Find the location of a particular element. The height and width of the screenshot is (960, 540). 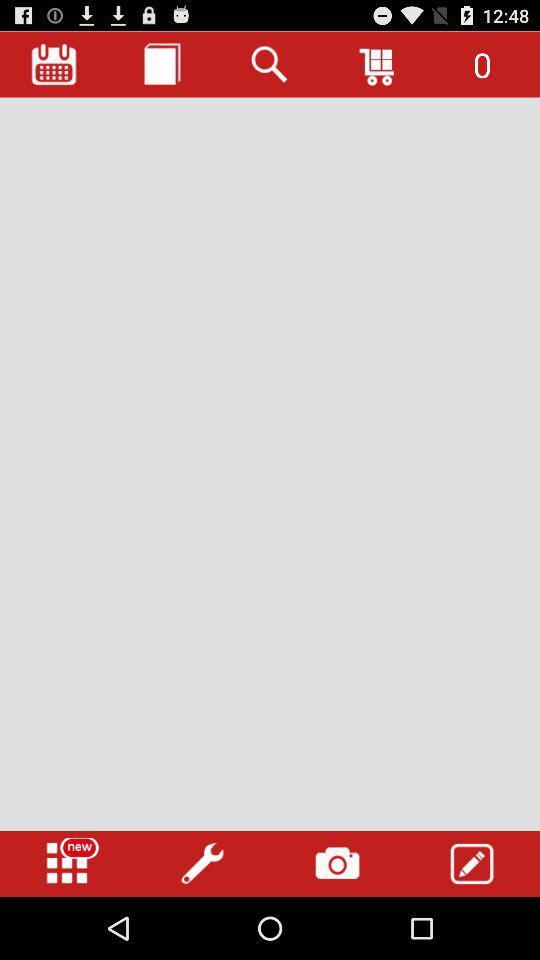

search is located at coordinates (270, 64).